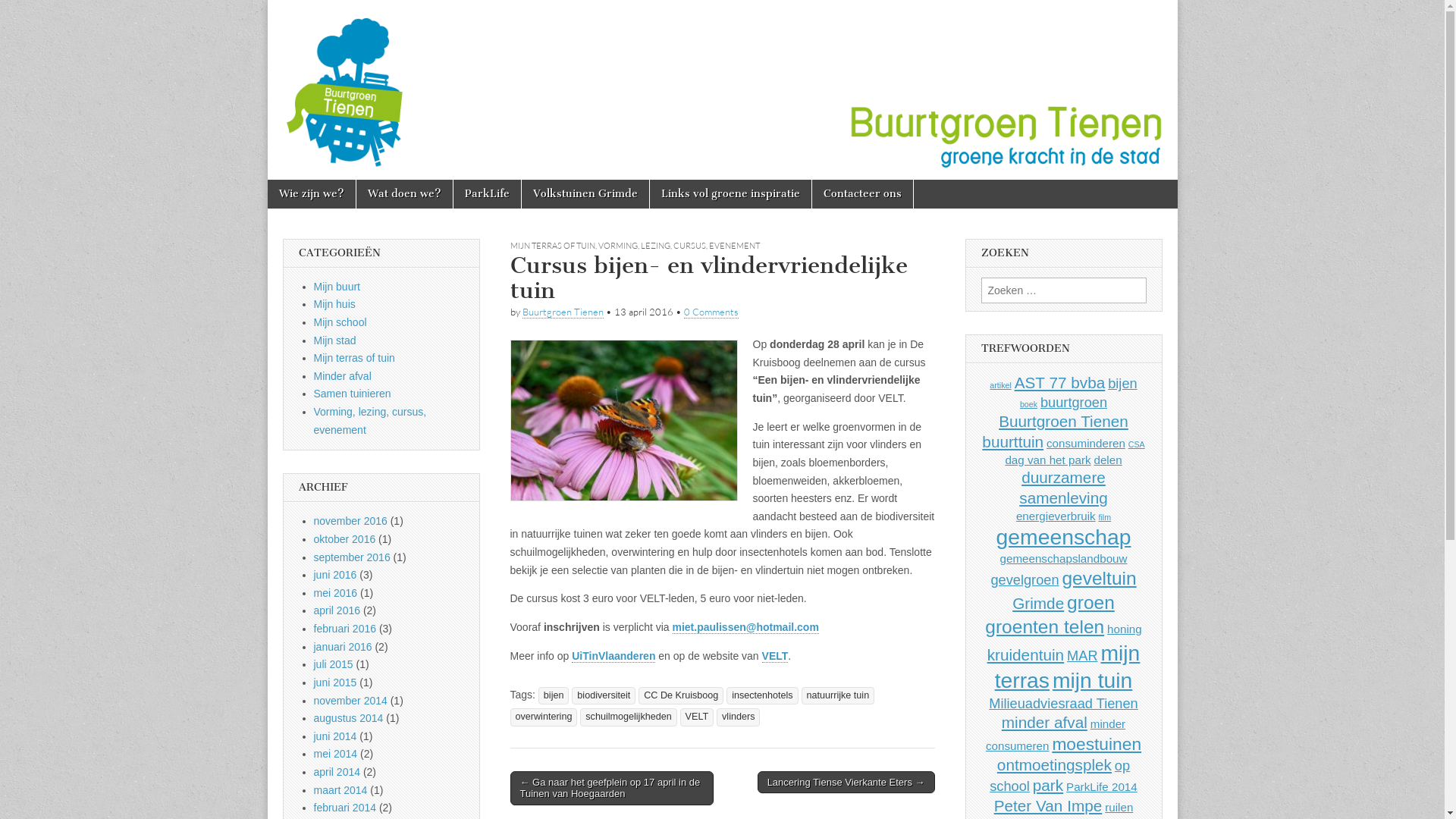 The width and height of the screenshot is (1456, 819). Describe the element at coordinates (1059, 381) in the screenshot. I see `'AST 77 bvba'` at that location.